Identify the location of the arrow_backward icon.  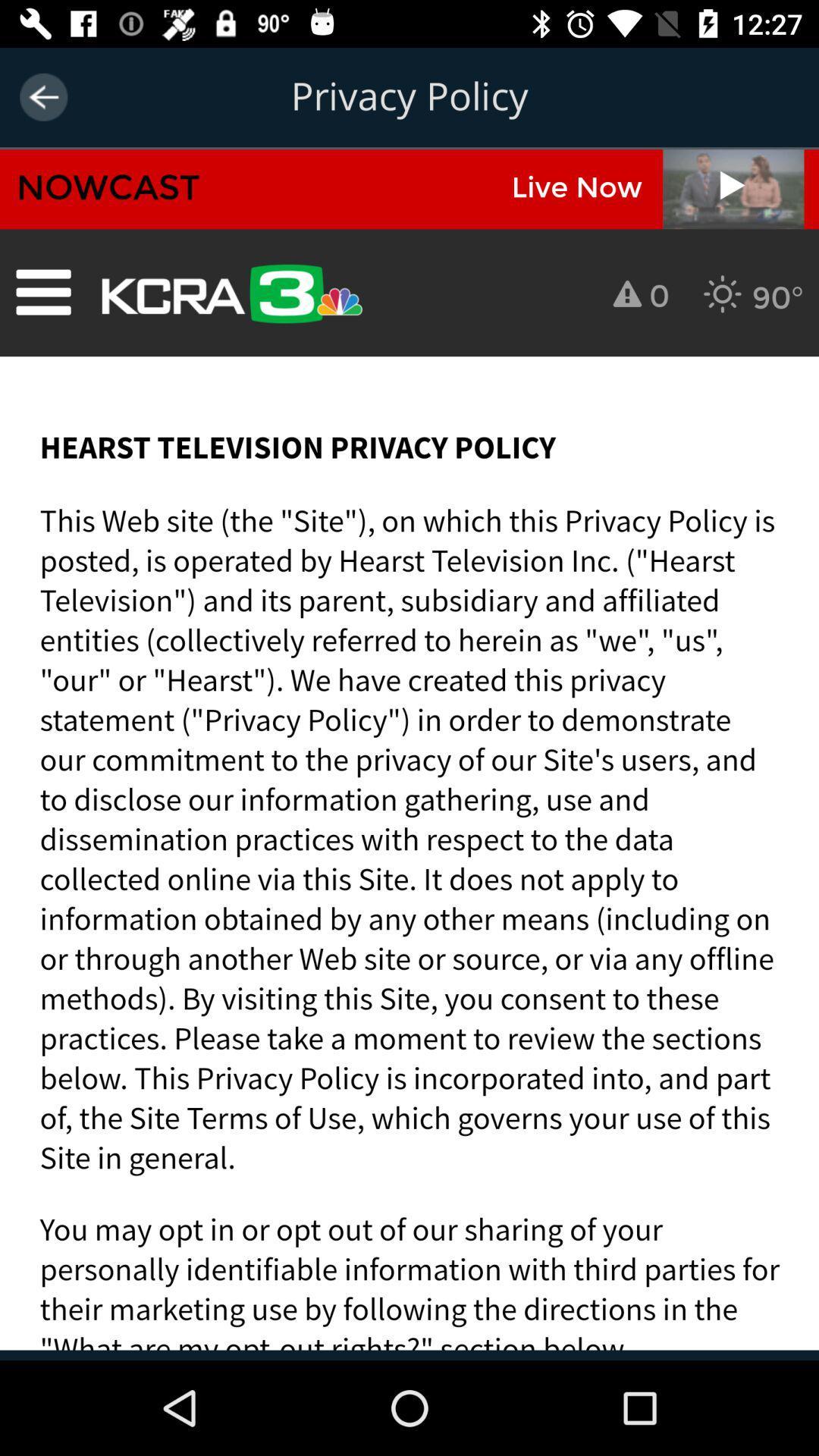
(42, 96).